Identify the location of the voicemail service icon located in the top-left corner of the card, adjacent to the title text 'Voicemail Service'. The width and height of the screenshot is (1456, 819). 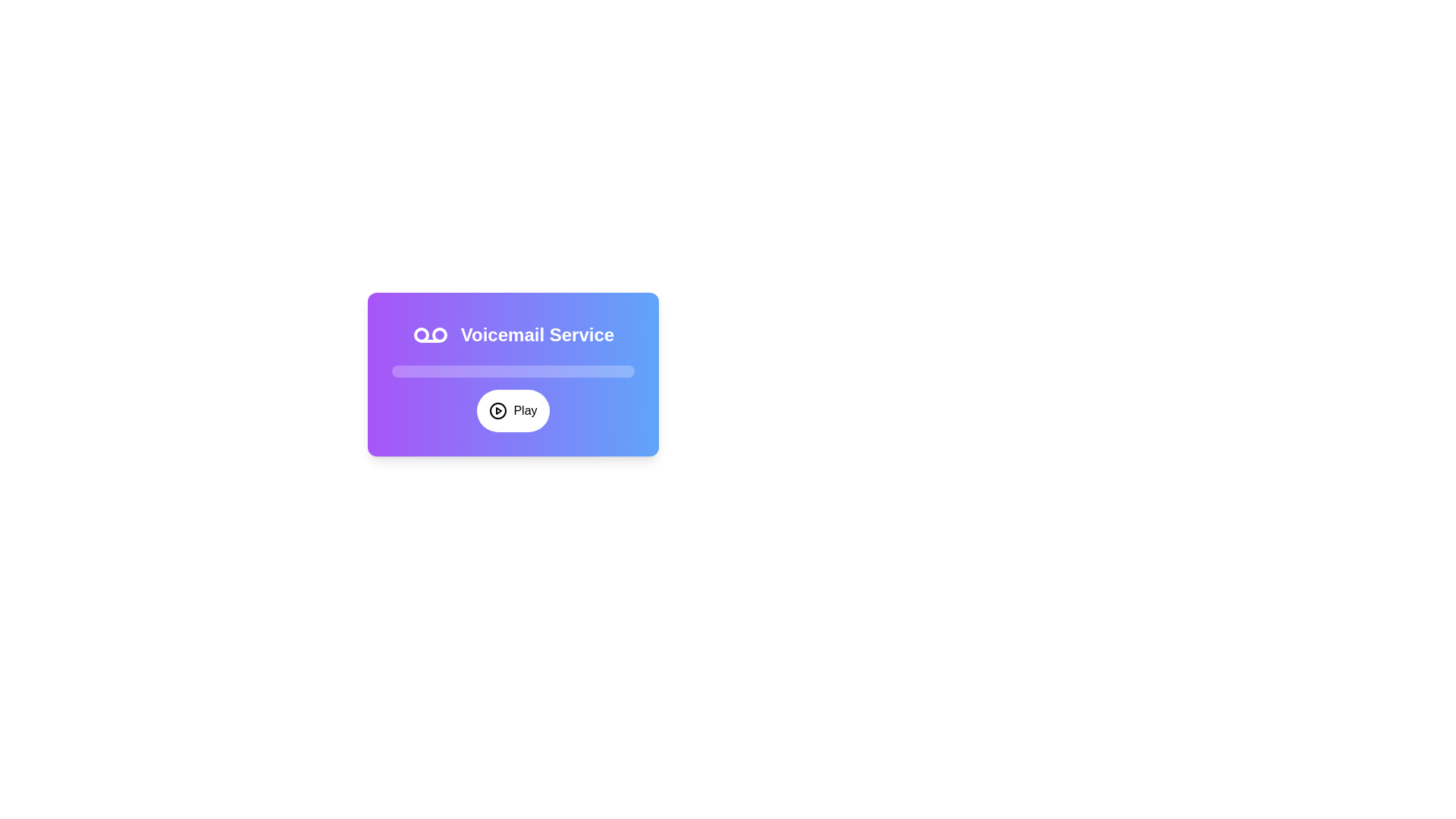
(429, 334).